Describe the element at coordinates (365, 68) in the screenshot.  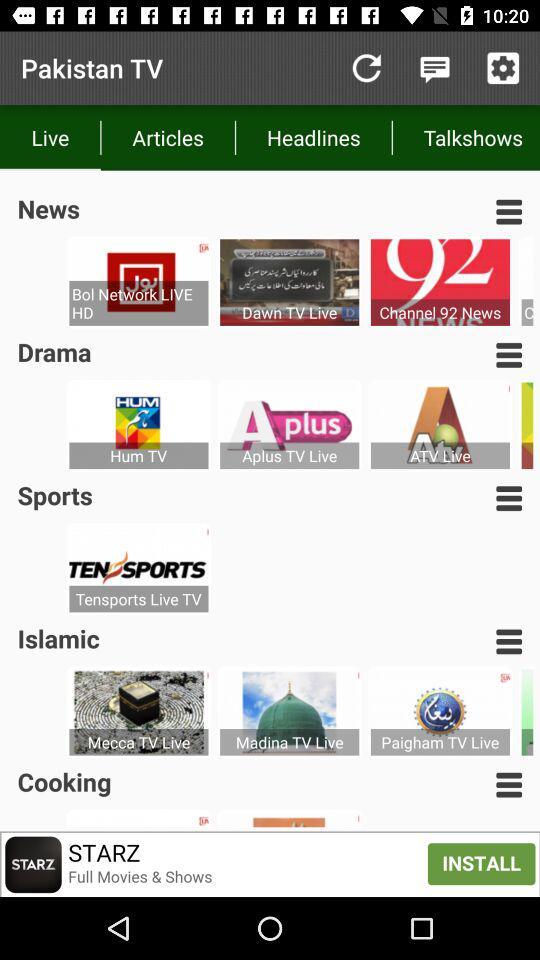
I see `item to the right of the articles icon` at that location.